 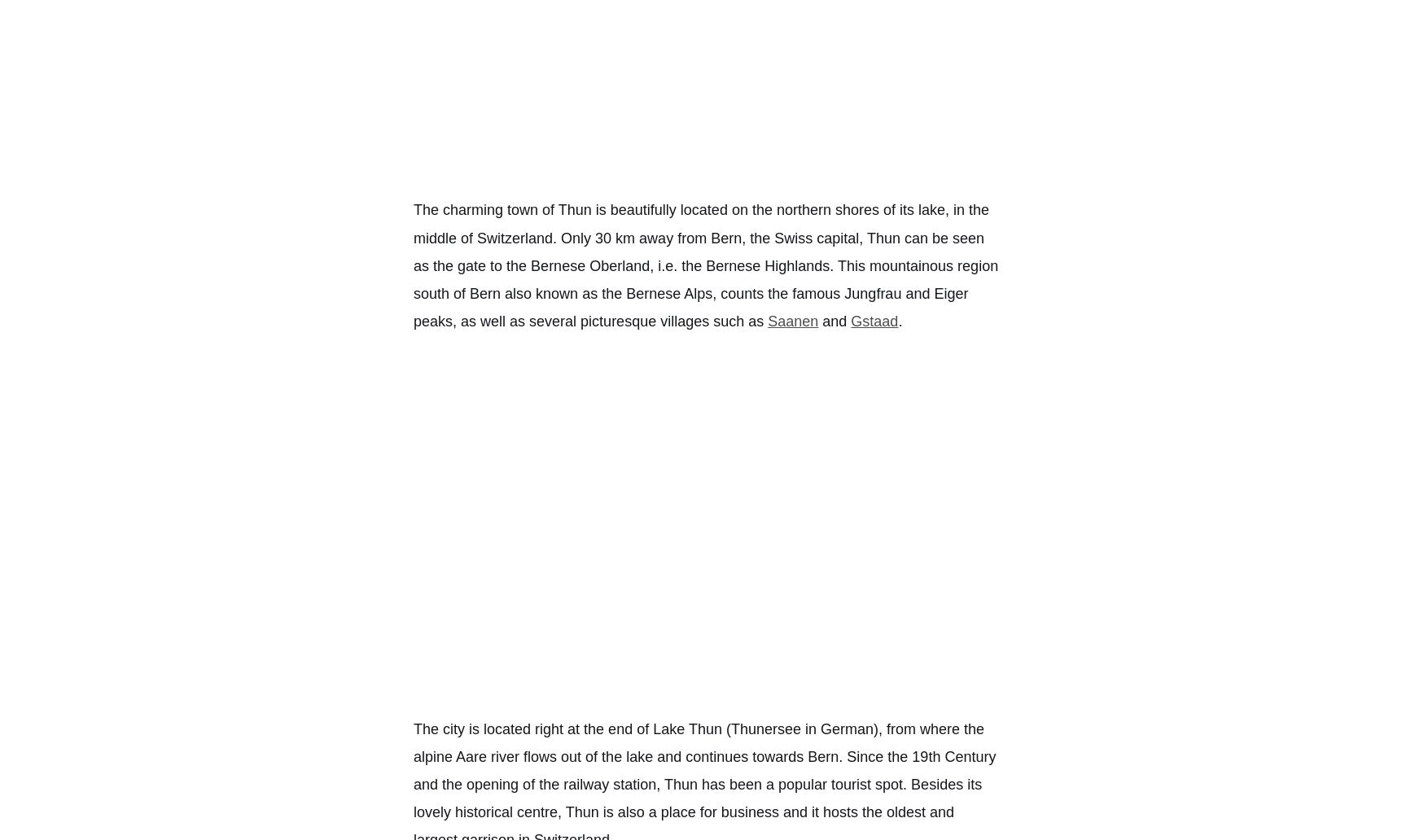 I want to click on '. This mountainous region south of', so click(x=414, y=279).